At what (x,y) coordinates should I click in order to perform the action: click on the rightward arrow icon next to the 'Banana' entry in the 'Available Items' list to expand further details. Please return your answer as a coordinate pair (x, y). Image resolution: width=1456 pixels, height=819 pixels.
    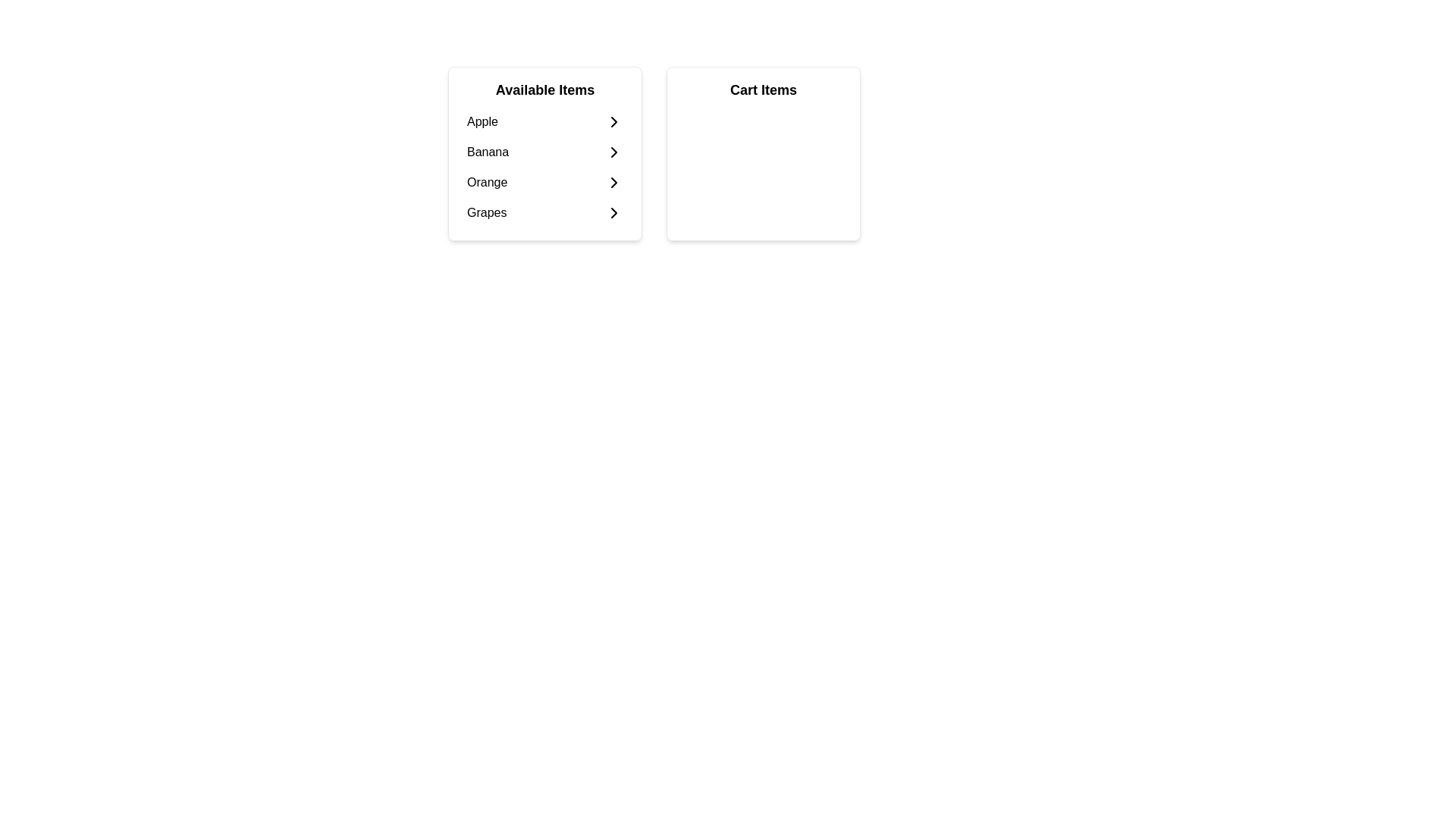
    Looking at the image, I should click on (614, 152).